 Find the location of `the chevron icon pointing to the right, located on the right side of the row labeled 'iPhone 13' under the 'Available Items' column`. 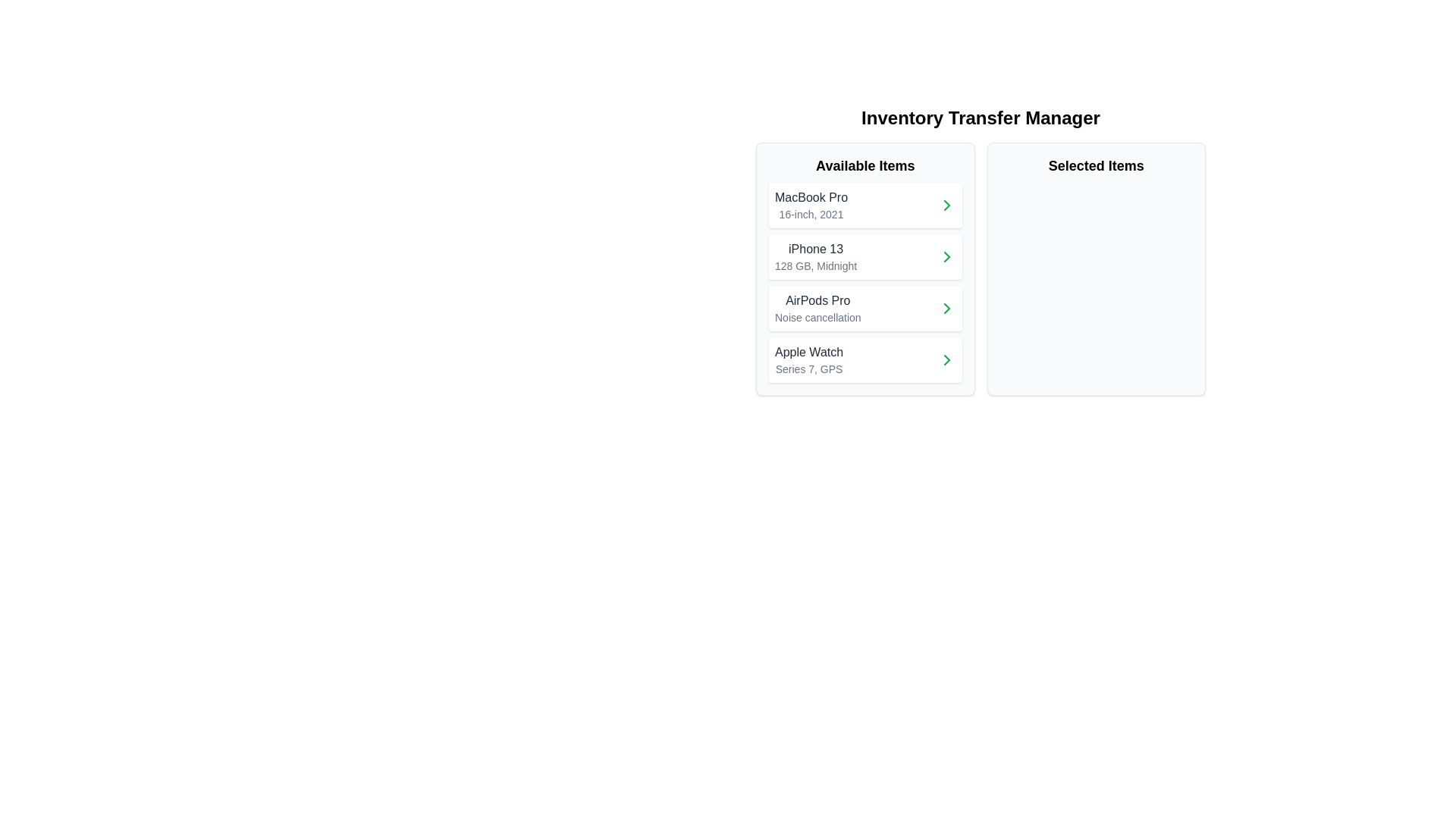

the chevron icon pointing to the right, located on the right side of the row labeled 'iPhone 13' under the 'Available Items' column is located at coordinates (946, 256).